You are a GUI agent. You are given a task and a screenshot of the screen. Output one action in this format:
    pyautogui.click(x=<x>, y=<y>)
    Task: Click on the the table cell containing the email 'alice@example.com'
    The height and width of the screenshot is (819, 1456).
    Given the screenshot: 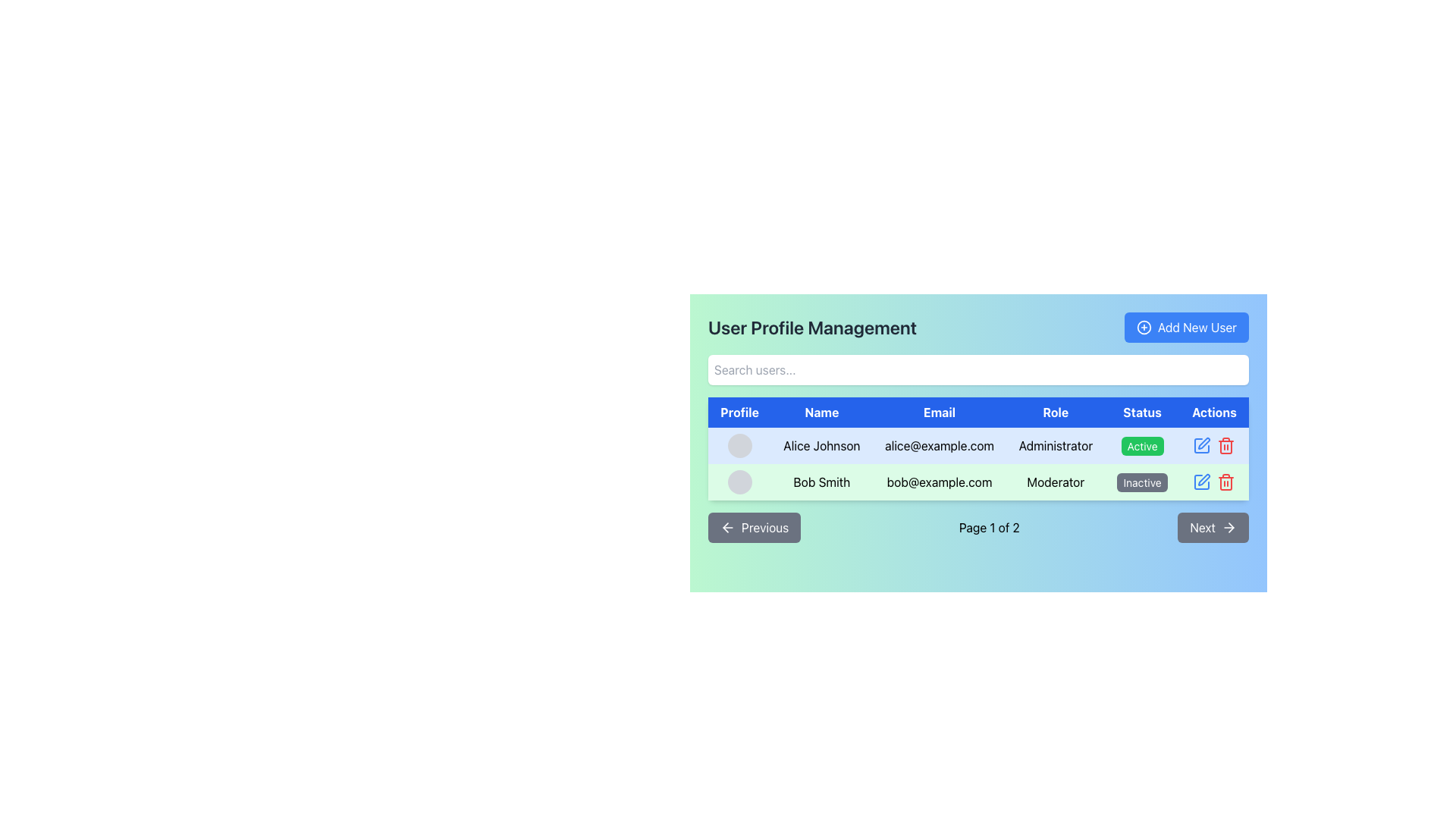 What is the action you would take?
    pyautogui.click(x=978, y=434)
    